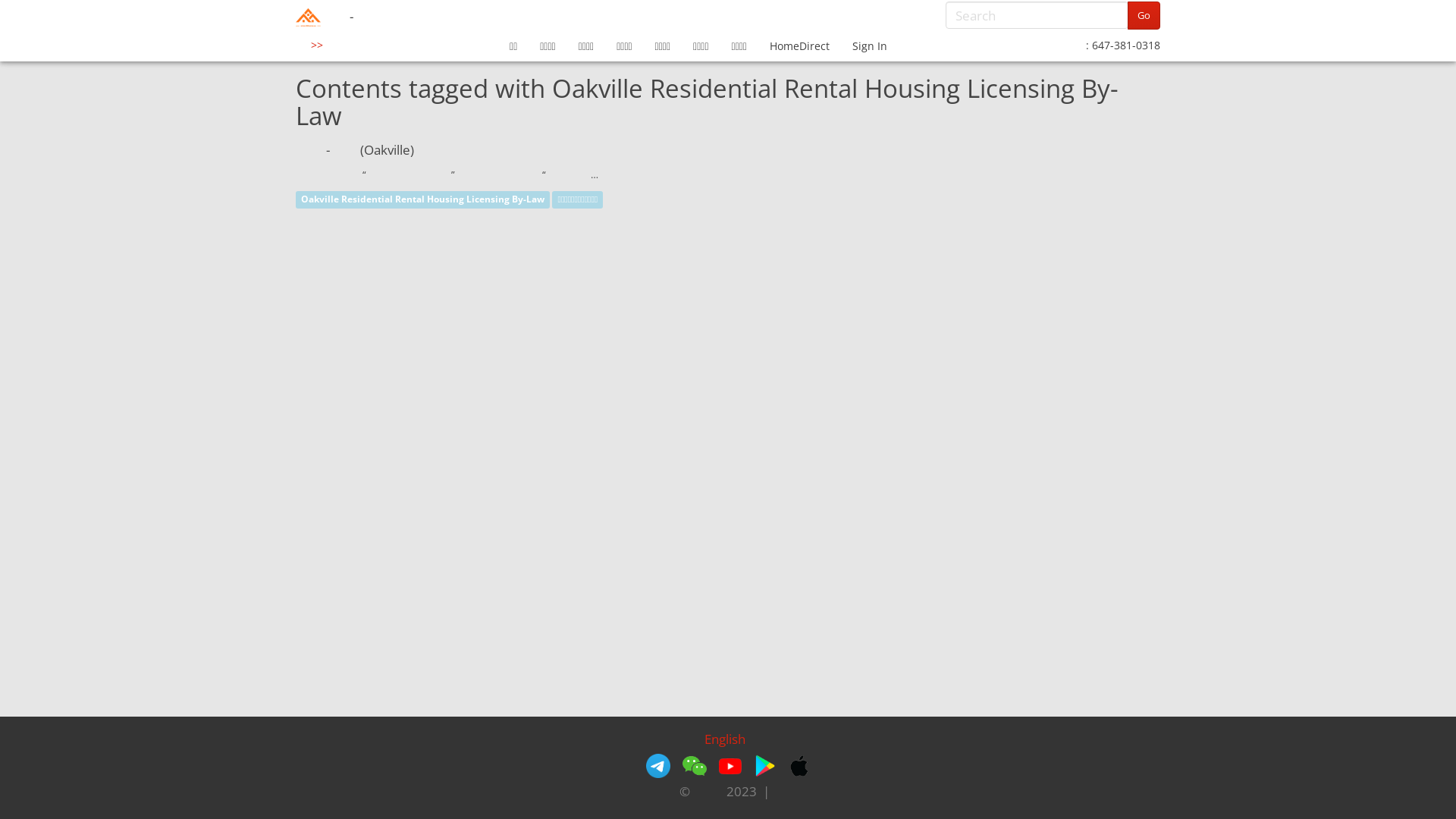 The image size is (1456, 819). What do you see at coordinates (799, 45) in the screenshot?
I see `'HomeDirect'` at bounding box center [799, 45].